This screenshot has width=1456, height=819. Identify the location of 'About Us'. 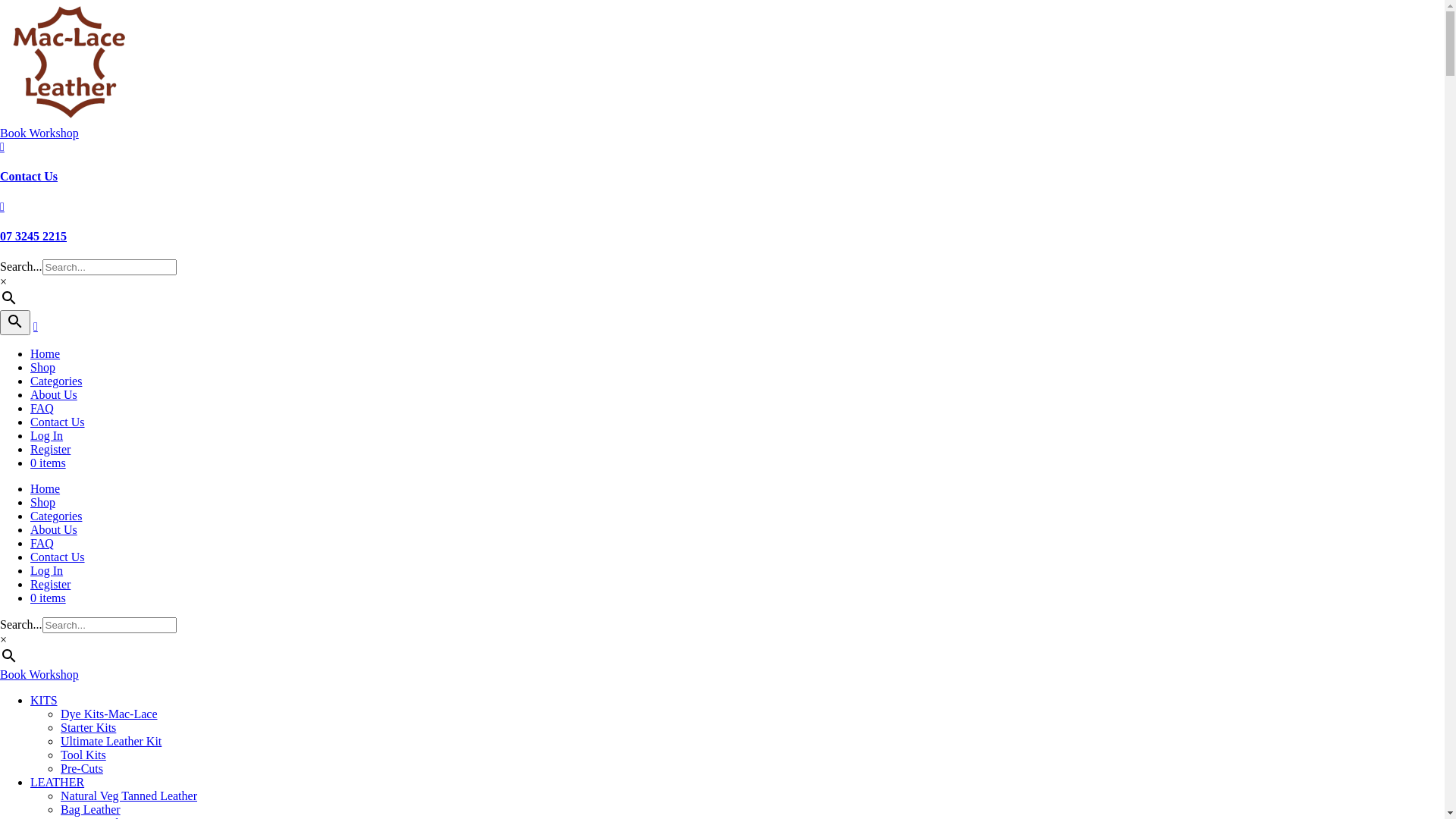
(54, 529).